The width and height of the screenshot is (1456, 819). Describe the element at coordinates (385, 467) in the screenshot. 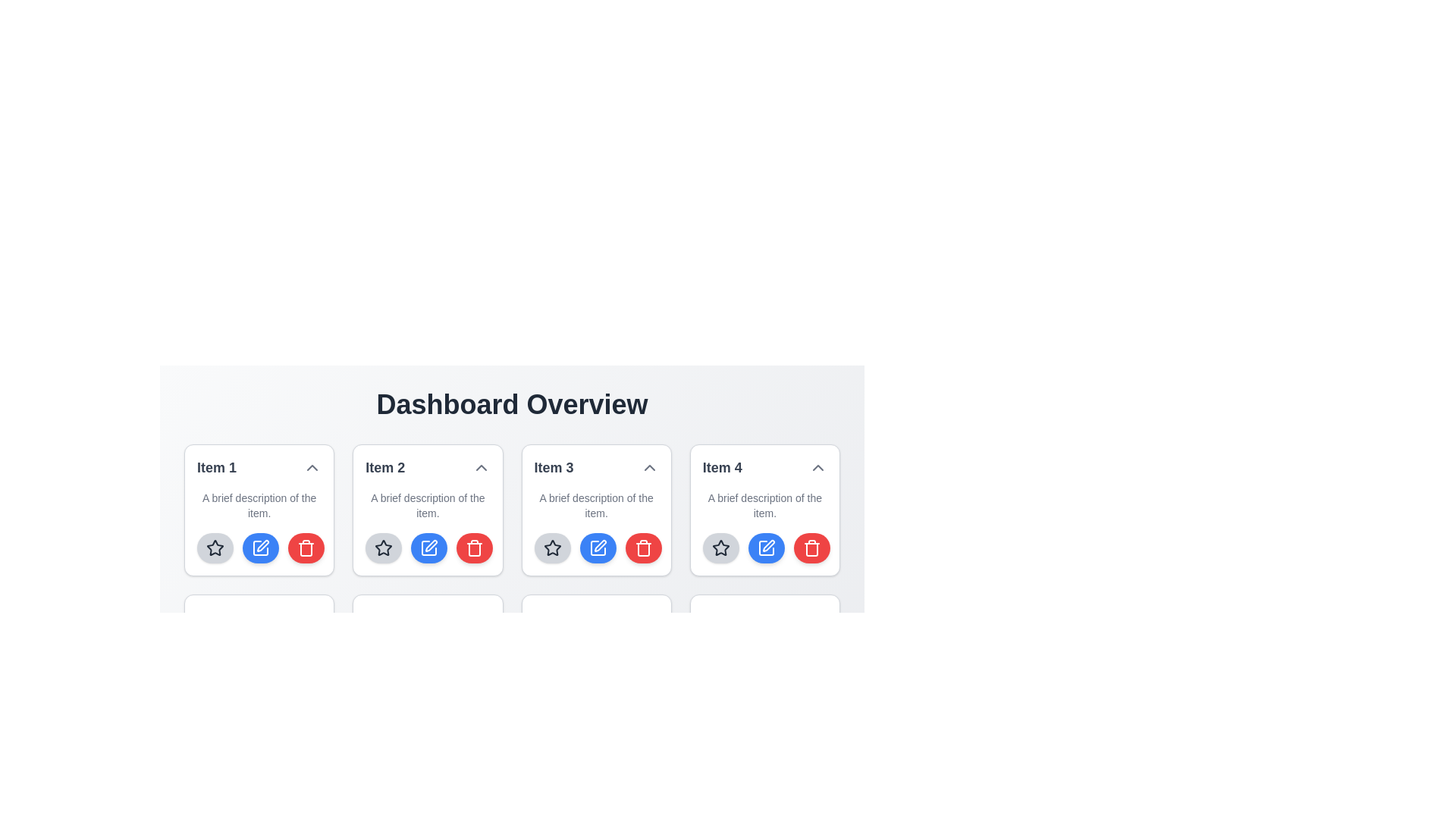

I see `the 'Item 2' text label located at the top-left corner of the second card in the 'Dashboard Overview' interface` at that location.